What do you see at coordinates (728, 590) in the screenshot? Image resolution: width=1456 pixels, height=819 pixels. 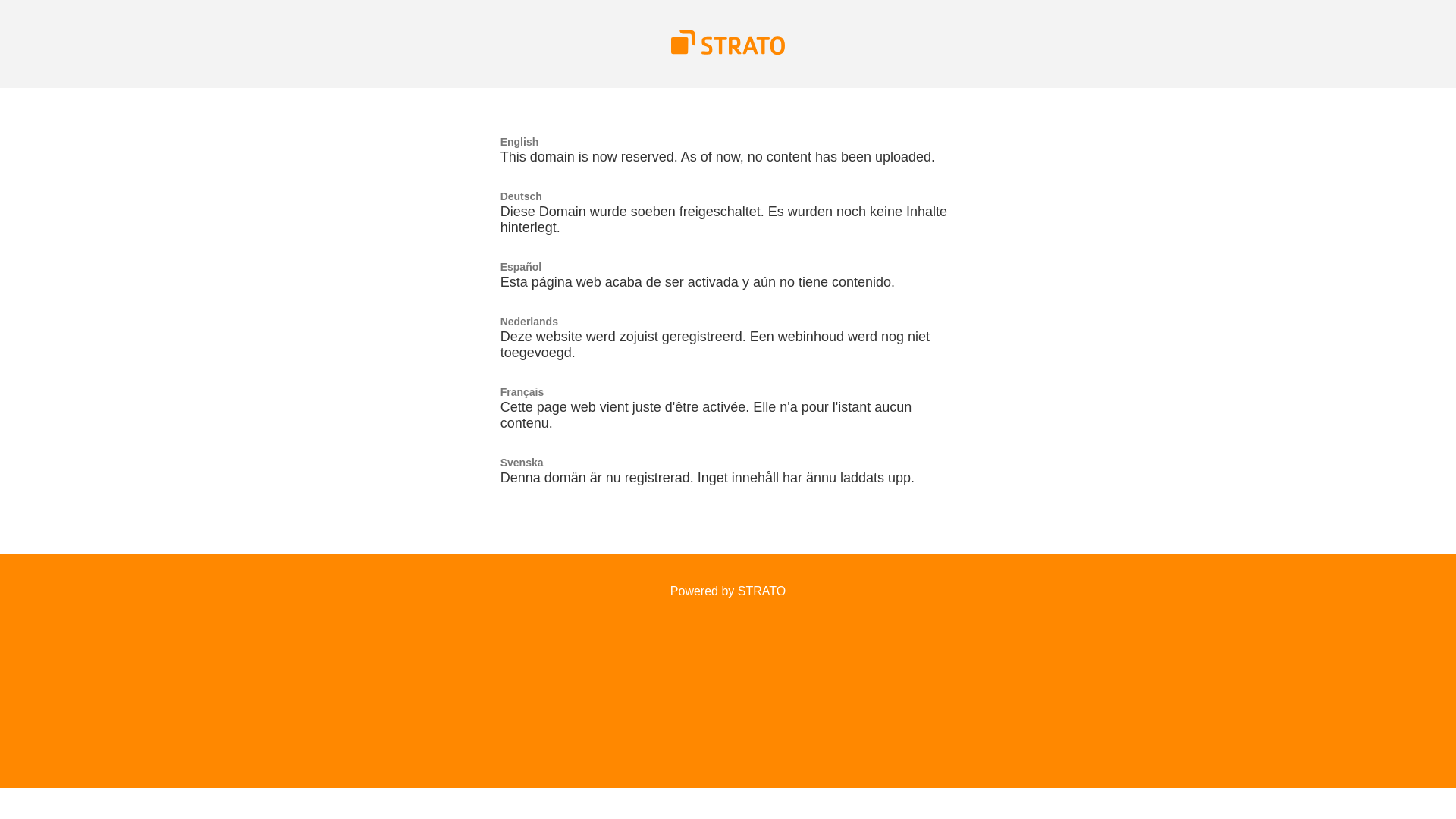 I see `'Powered by STRATO'` at bounding box center [728, 590].